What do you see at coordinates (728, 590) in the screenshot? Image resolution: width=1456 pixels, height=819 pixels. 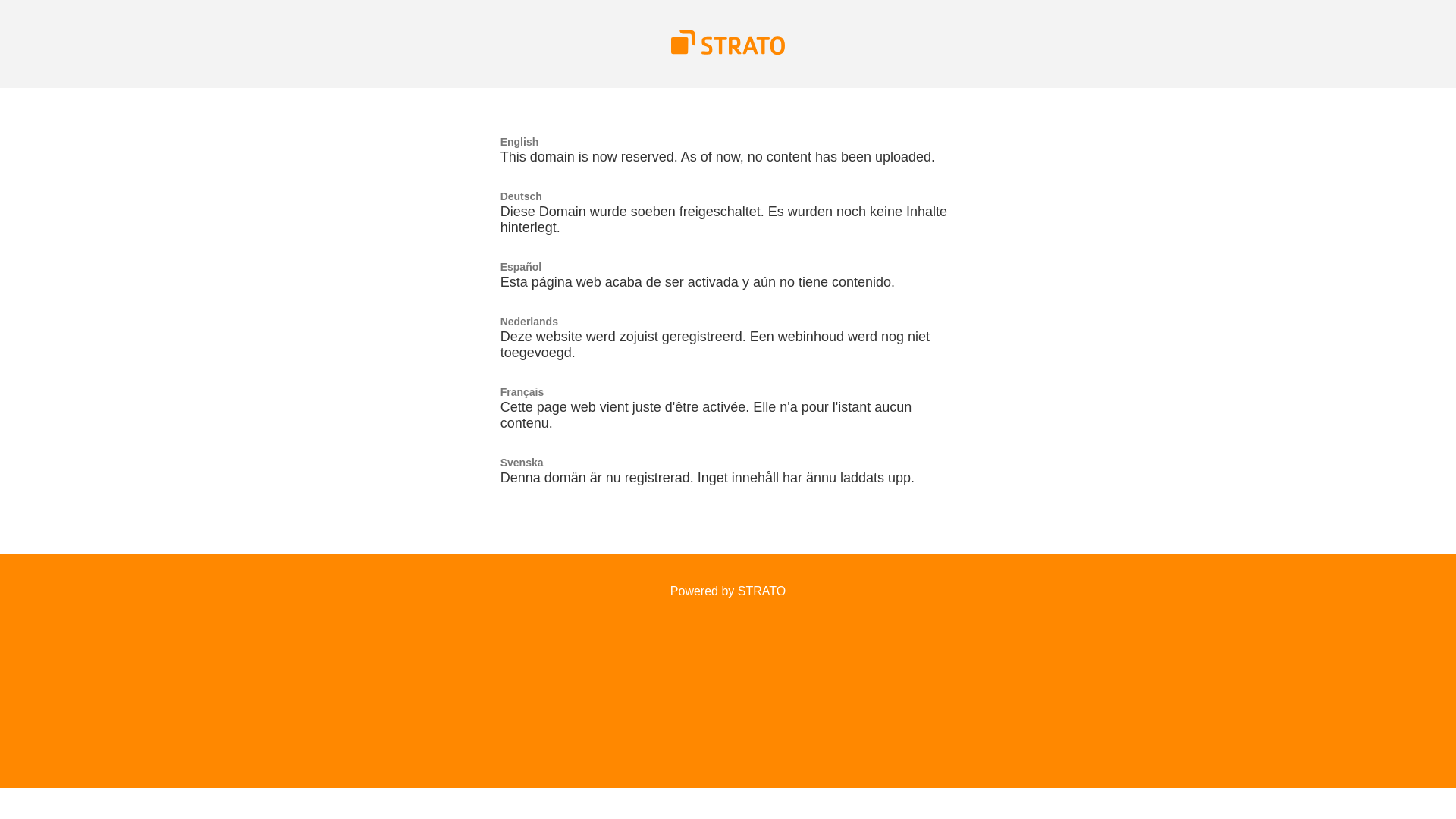 I see `'Powered by STRATO'` at bounding box center [728, 590].